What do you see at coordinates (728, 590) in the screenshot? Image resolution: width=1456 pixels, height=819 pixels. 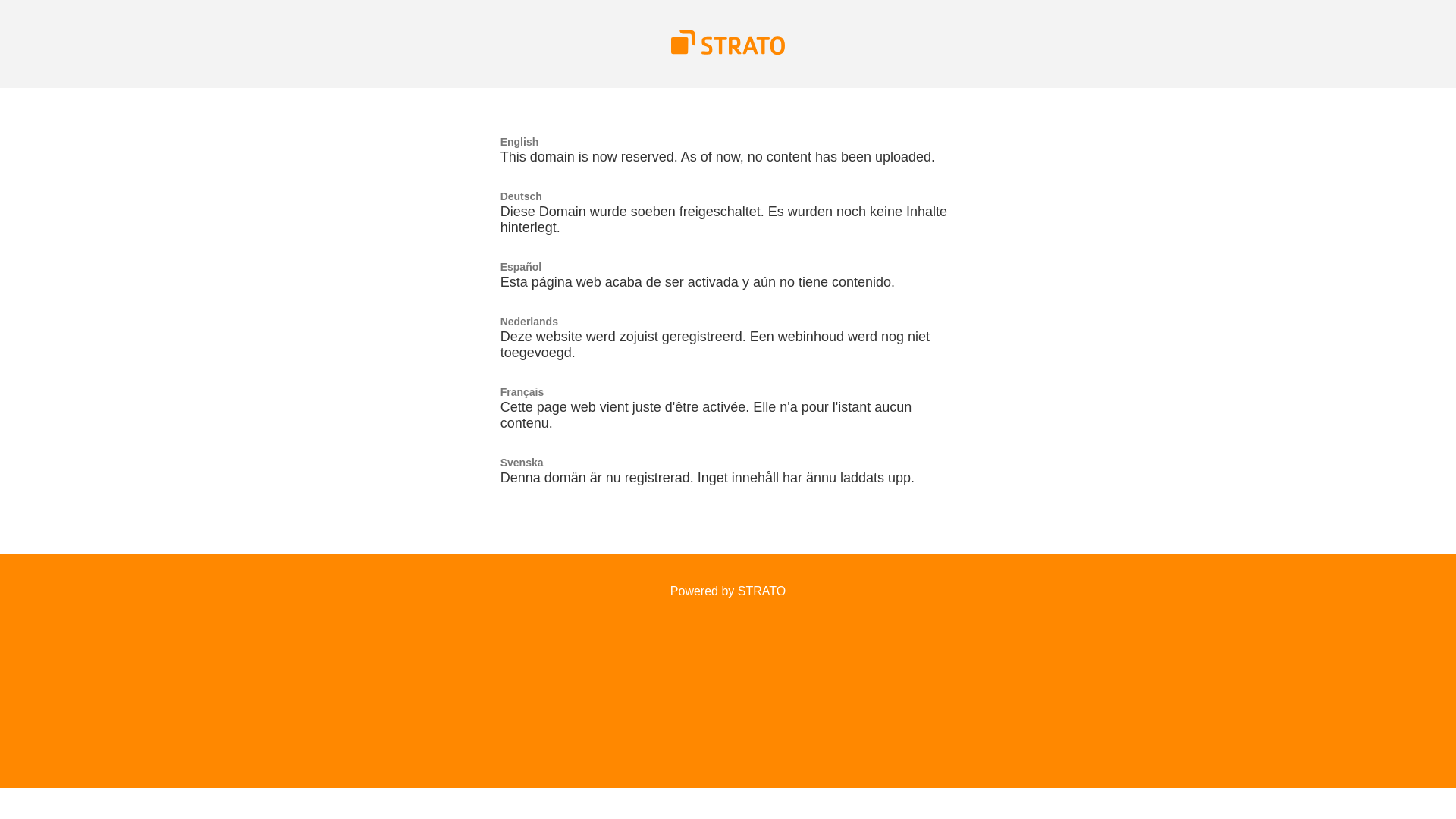 I see `'Powered by STRATO'` at bounding box center [728, 590].